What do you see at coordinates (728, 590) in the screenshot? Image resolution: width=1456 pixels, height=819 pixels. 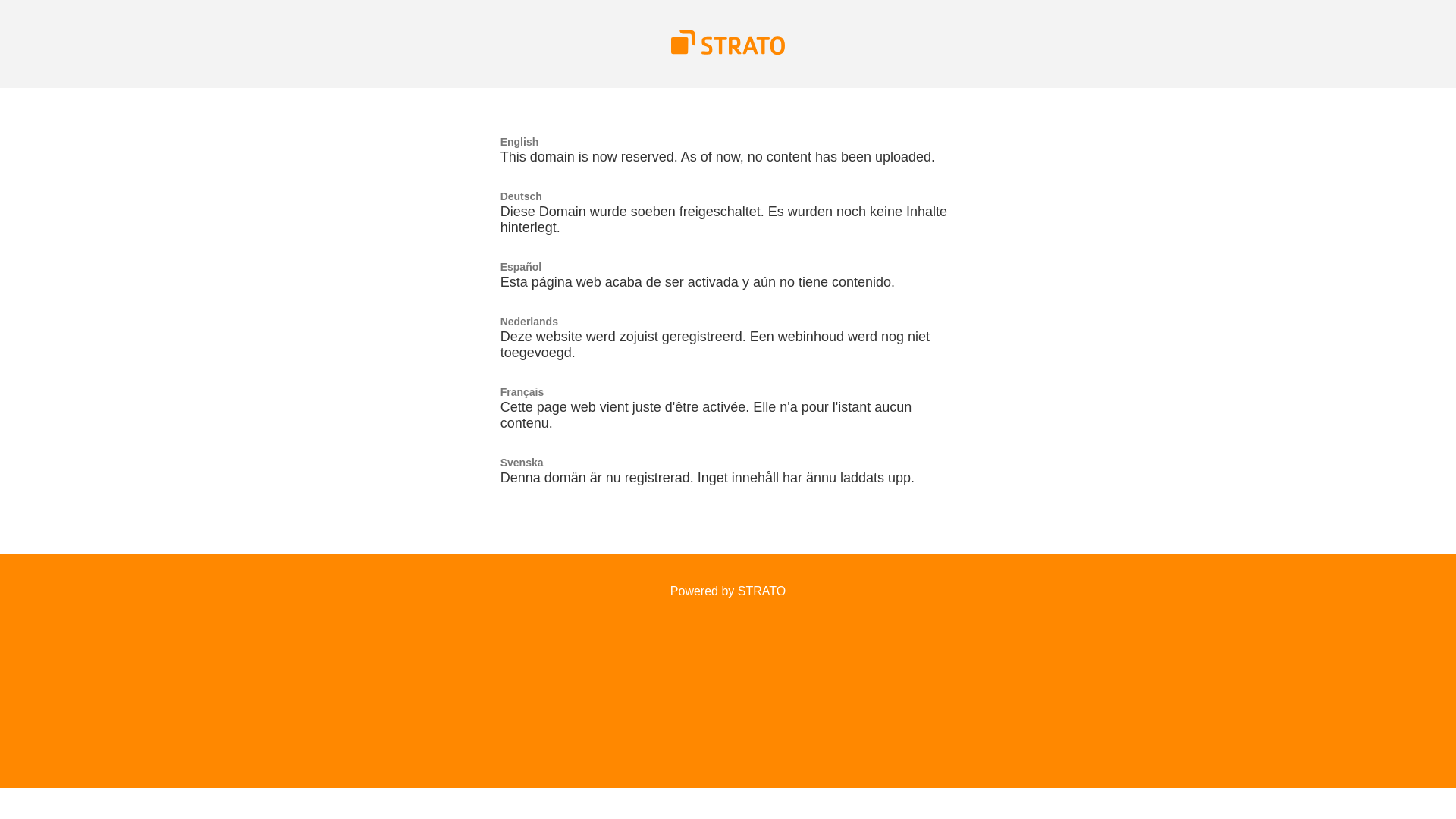 I see `'Powered by STRATO'` at bounding box center [728, 590].